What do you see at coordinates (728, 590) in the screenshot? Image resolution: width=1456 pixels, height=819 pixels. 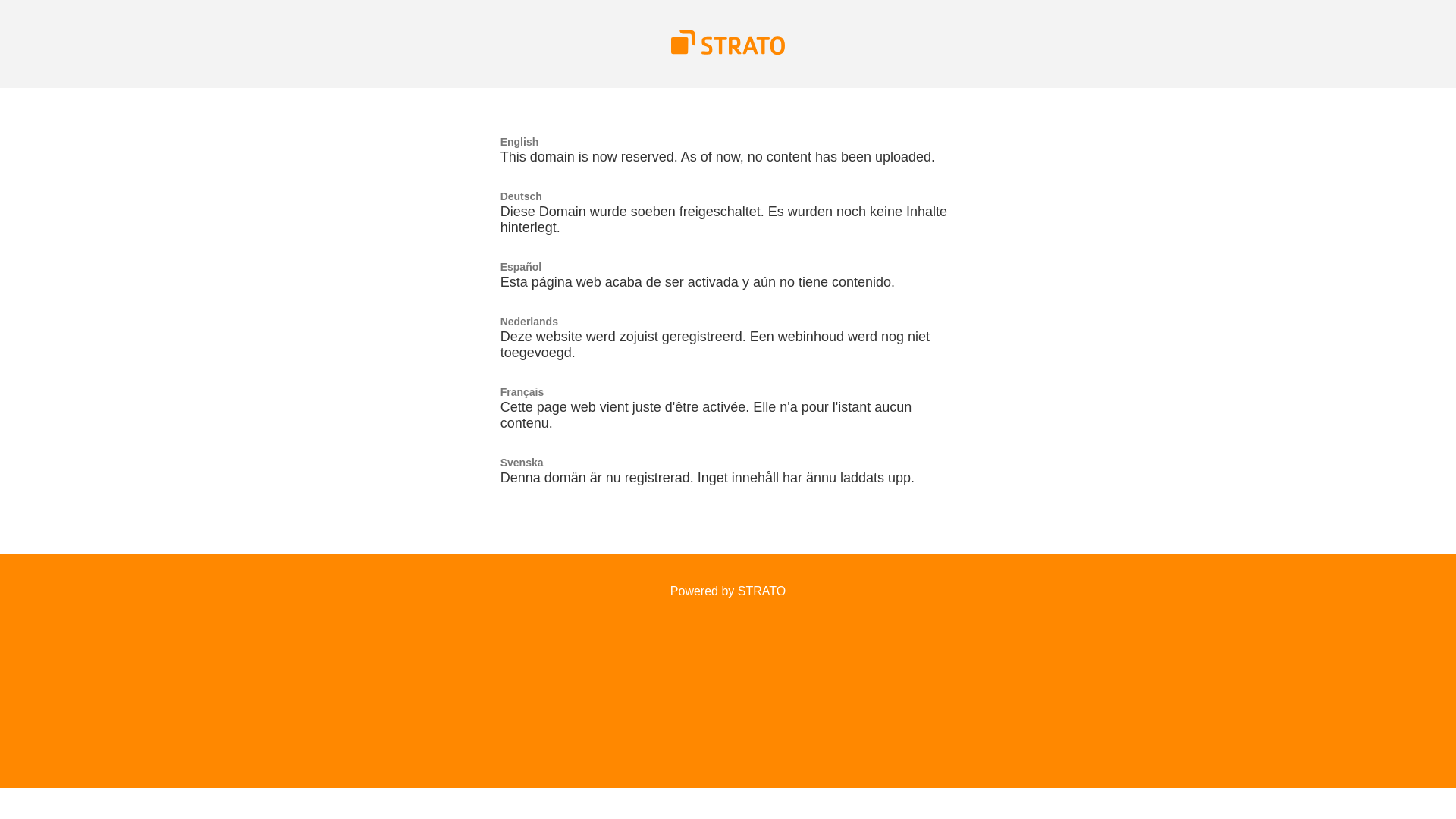 I see `'Powered by STRATO'` at bounding box center [728, 590].